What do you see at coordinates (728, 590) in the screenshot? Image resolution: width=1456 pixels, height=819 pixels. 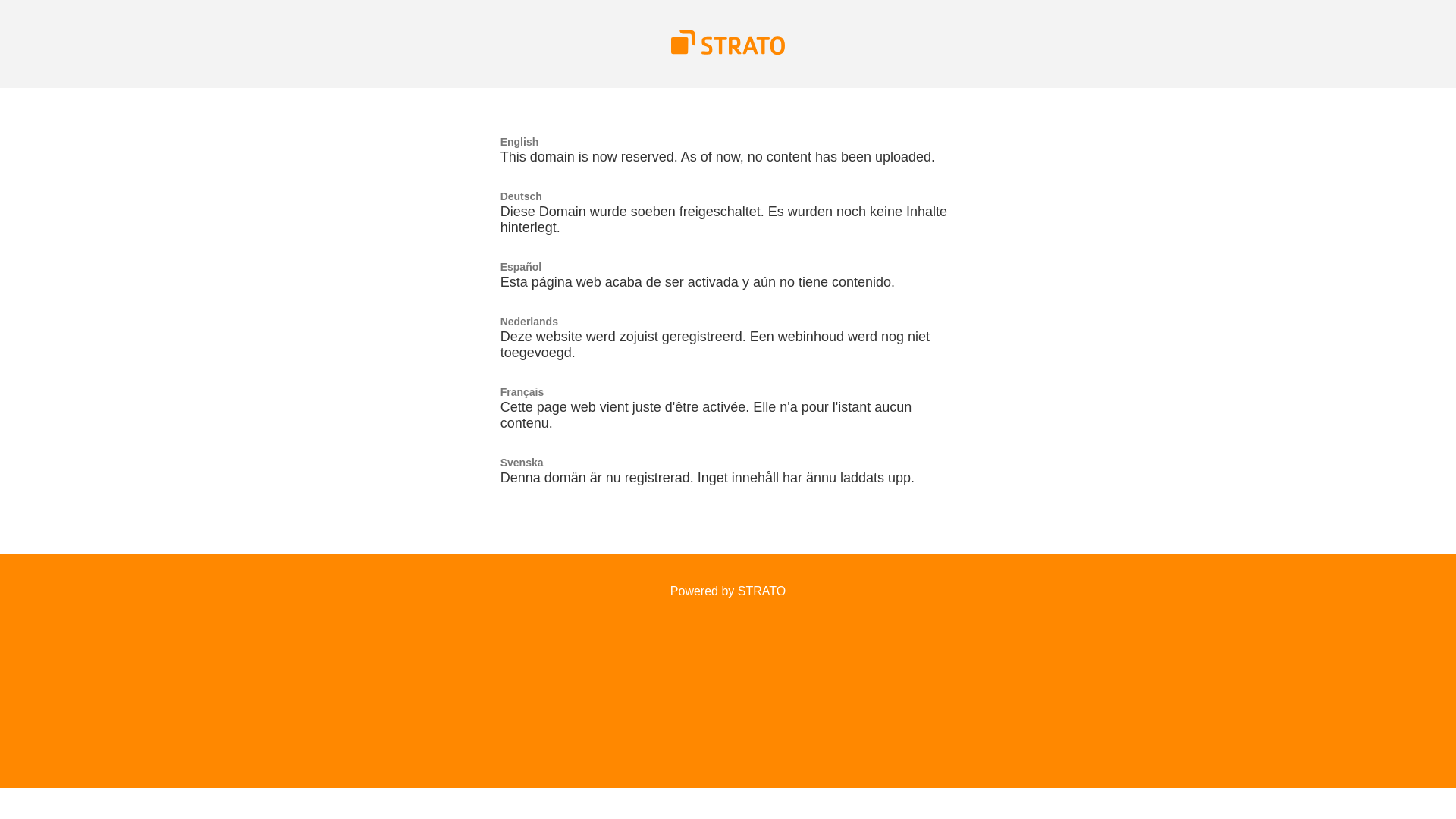 I see `'Powered by STRATO'` at bounding box center [728, 590].